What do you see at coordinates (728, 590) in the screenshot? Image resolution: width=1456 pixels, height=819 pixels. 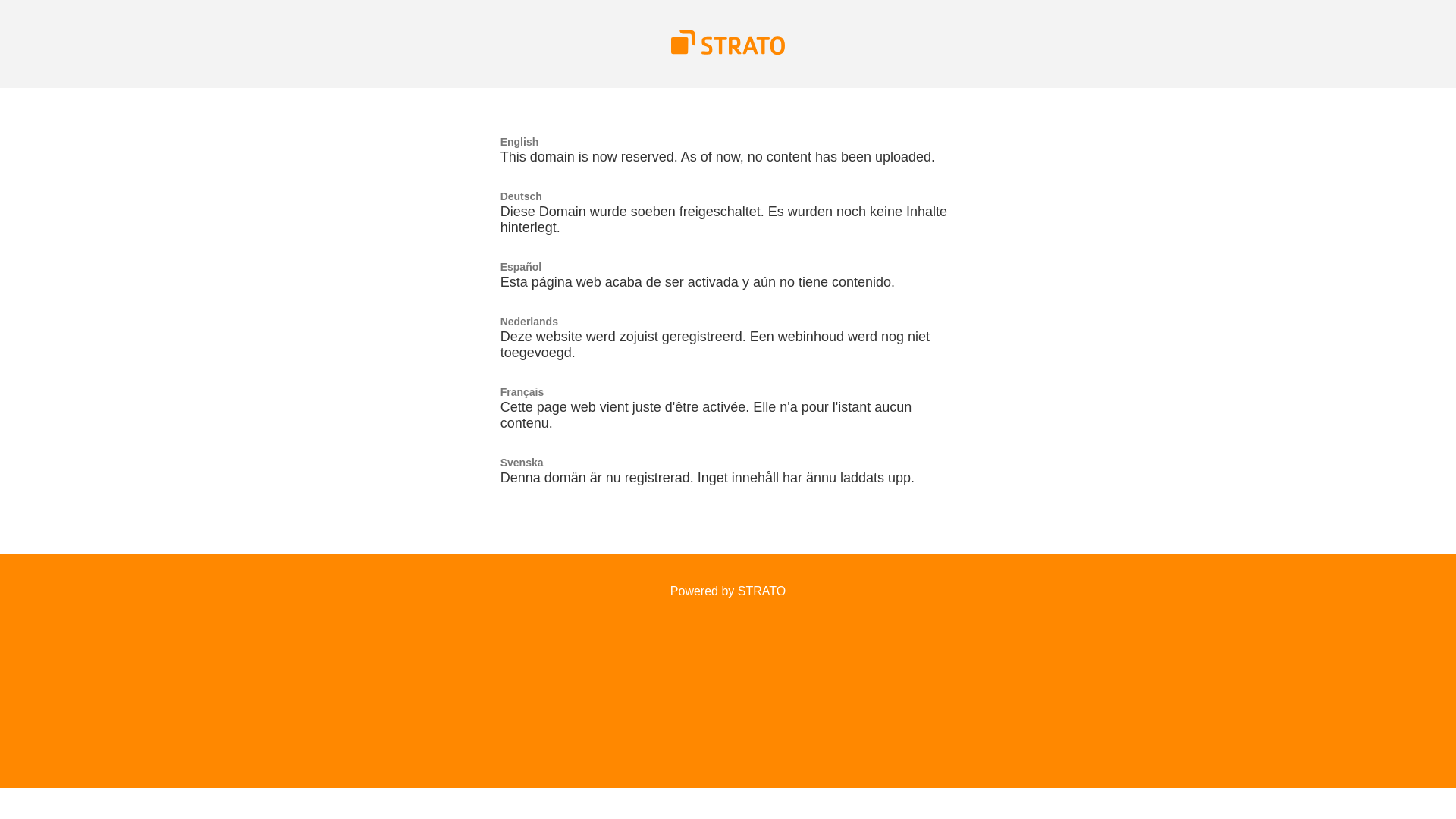 I see `'Powered by STRATO'` at bounding box center [728, 590].